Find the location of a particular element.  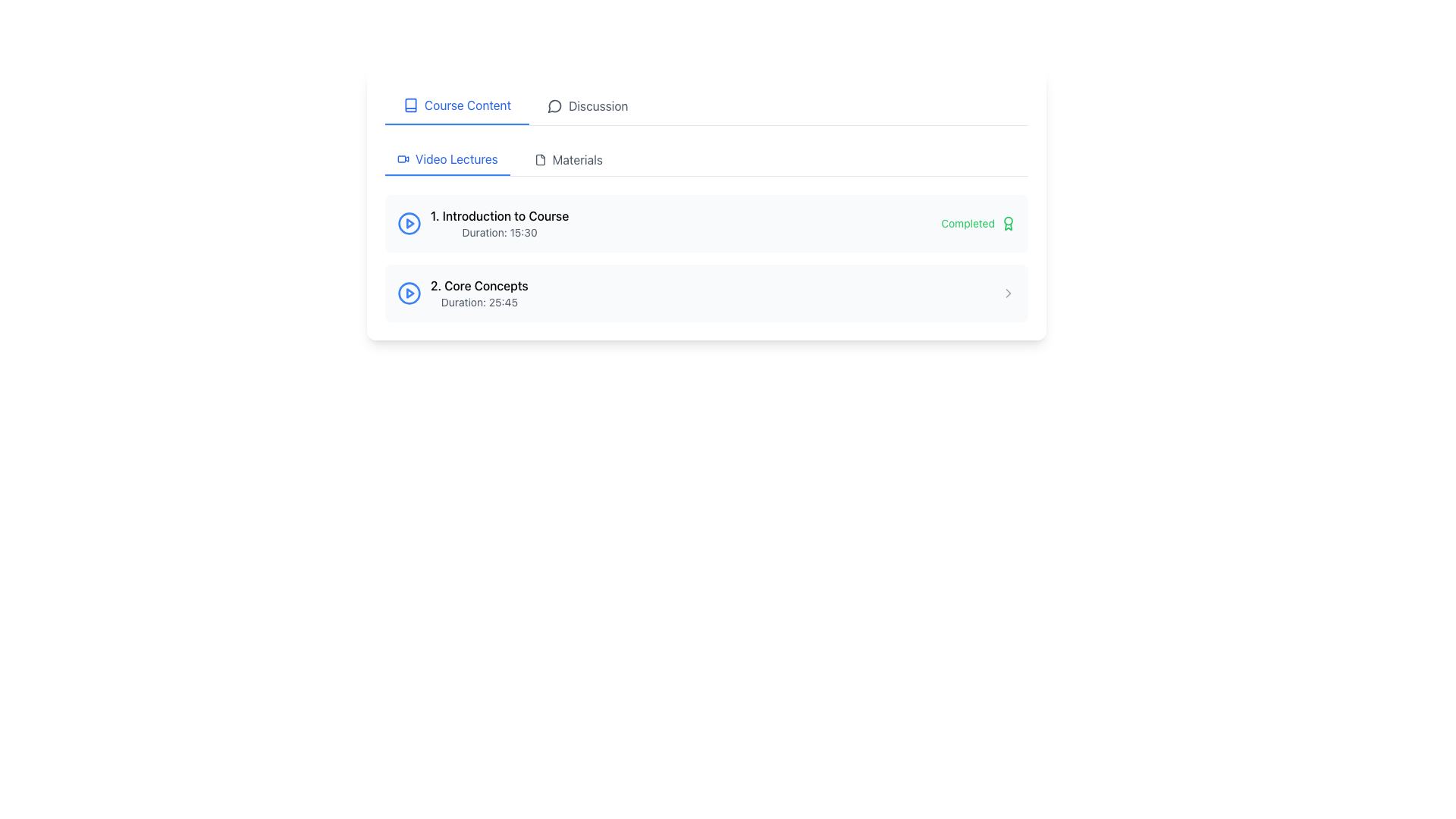

the 'Course Content' tab button located near the top left of the interface is located at coordinates (457, 105).